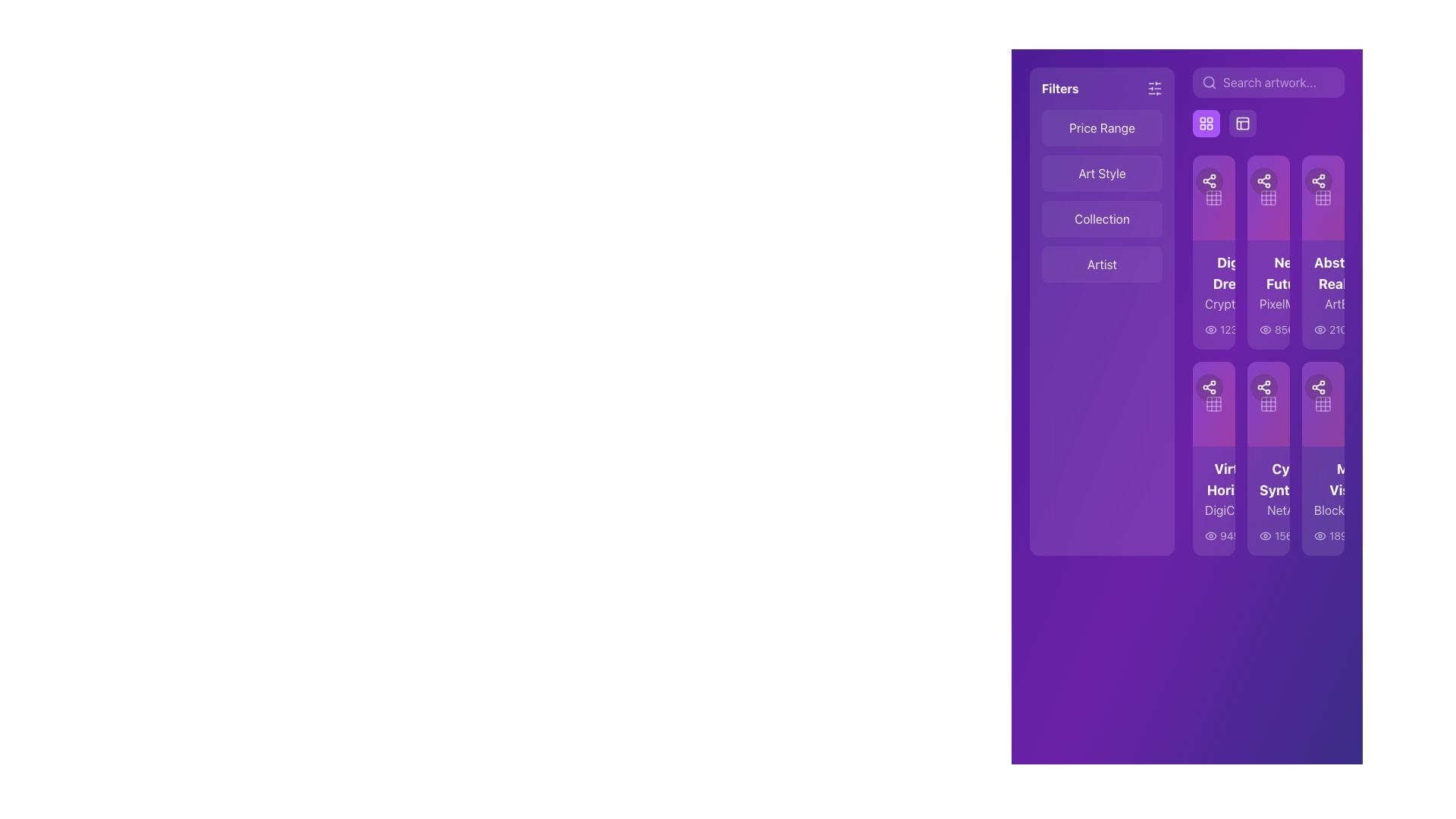 The width and height of the screenshot is (1456, 819). Describe the element at coordinates (1319, 535) in the screenshot. I see `the visibility icon located to the left of the numeric text '1890' in the bottom-right section of the interface` at that location.